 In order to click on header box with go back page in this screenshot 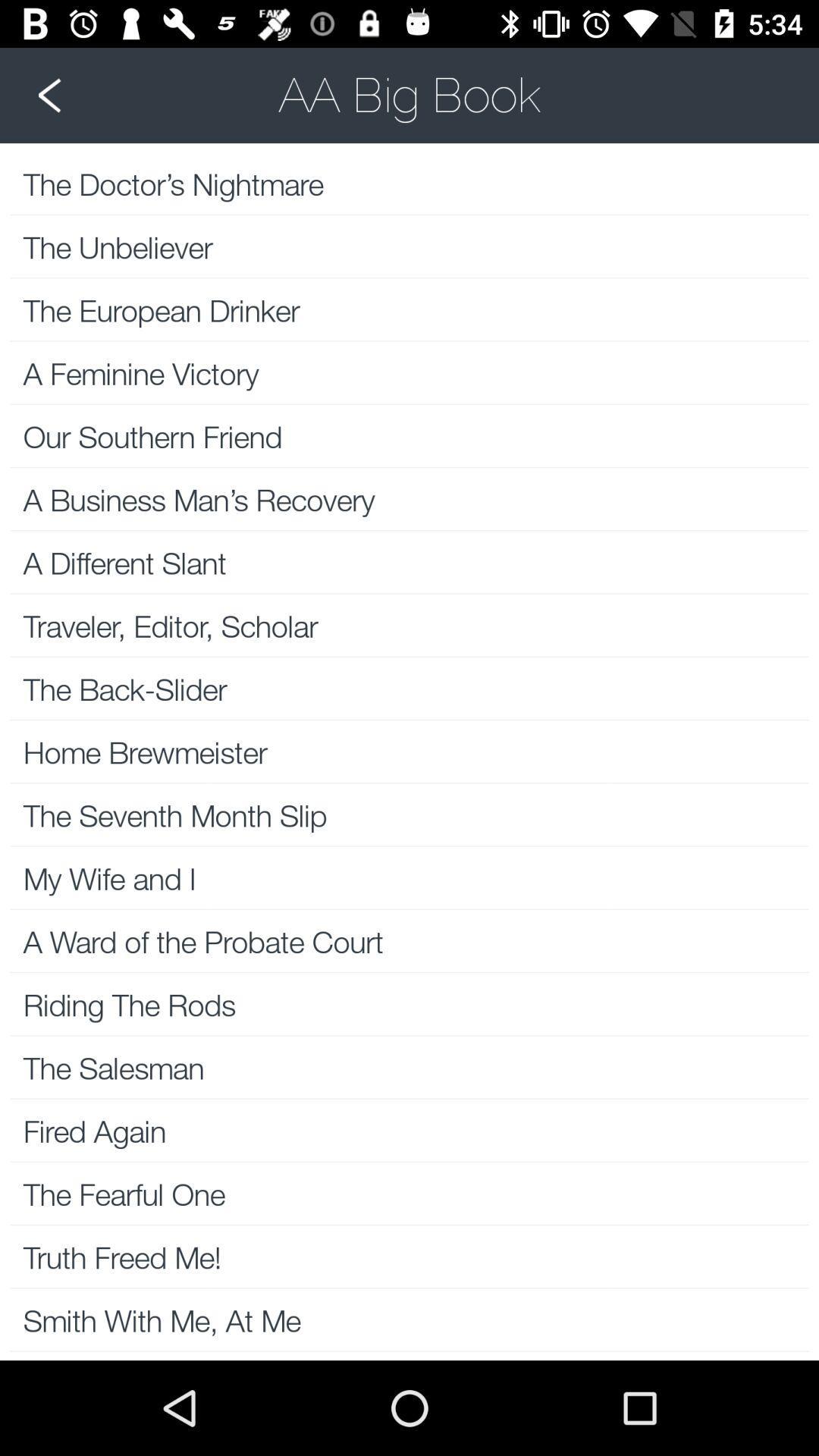, I will do `click(409, 94)`.